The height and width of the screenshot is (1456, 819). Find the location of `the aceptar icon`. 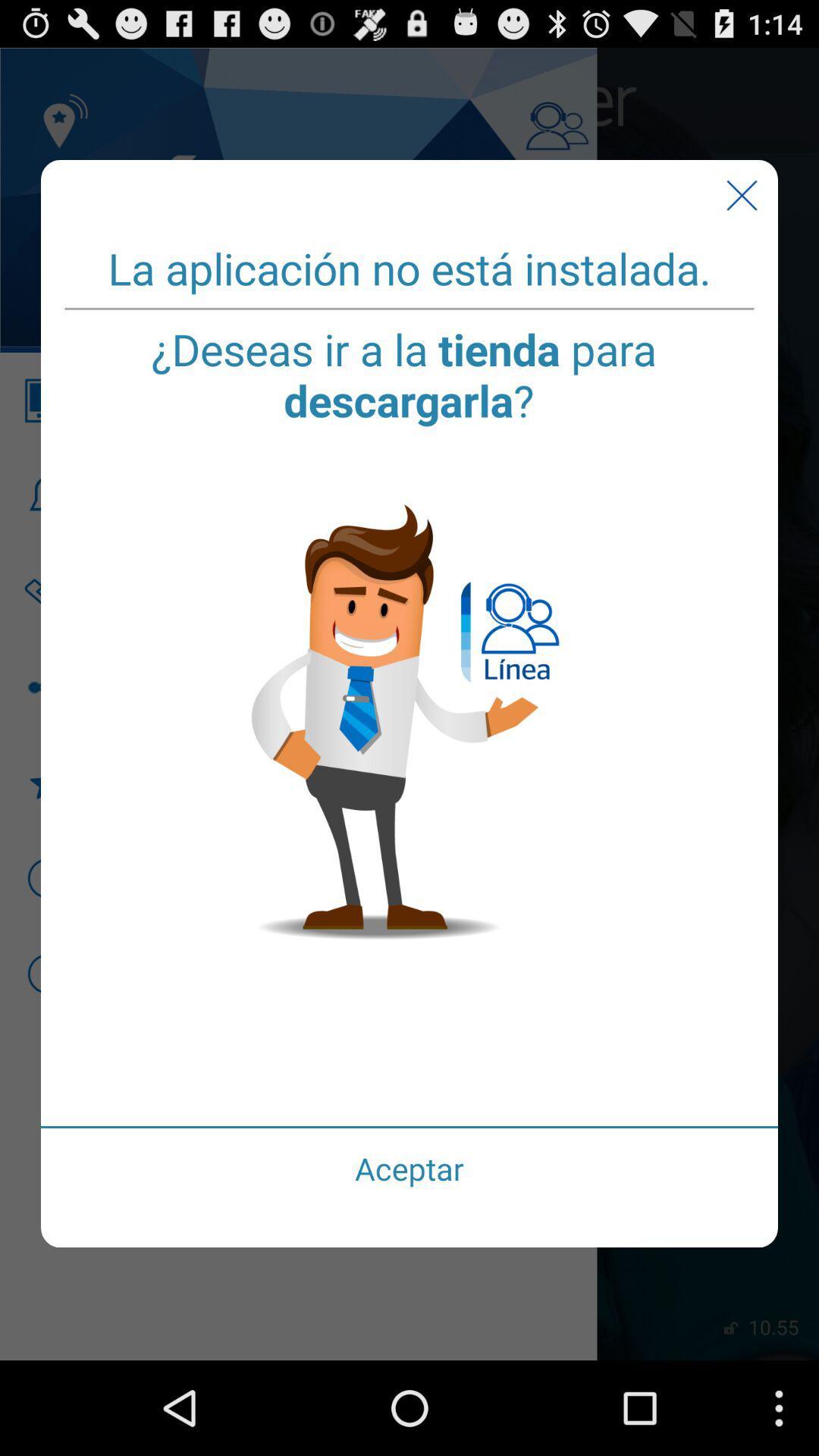

the aceptar icon is located at coordinates (409, 1167).